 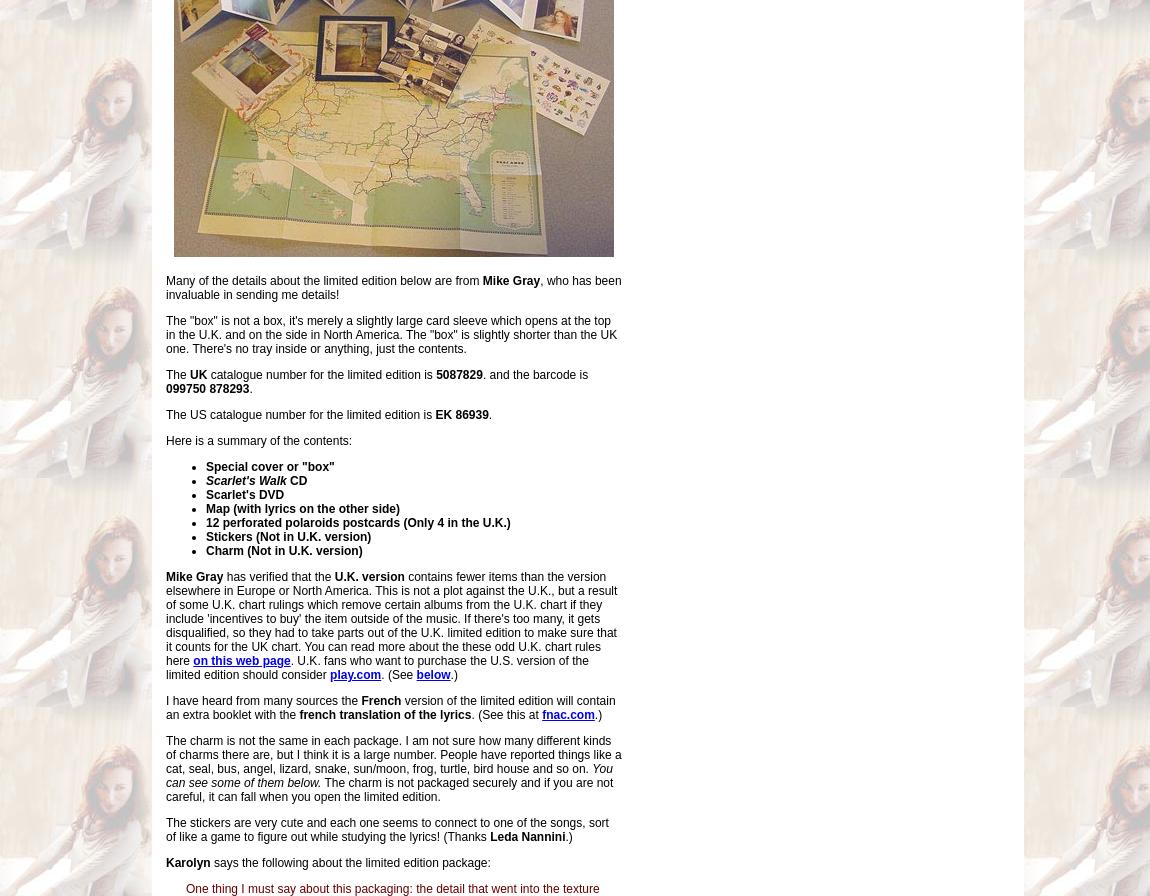 What do you see at coordinates (398, 674) in the screenshot?
I see `'.  (See'` at bounding box center [398, 674].